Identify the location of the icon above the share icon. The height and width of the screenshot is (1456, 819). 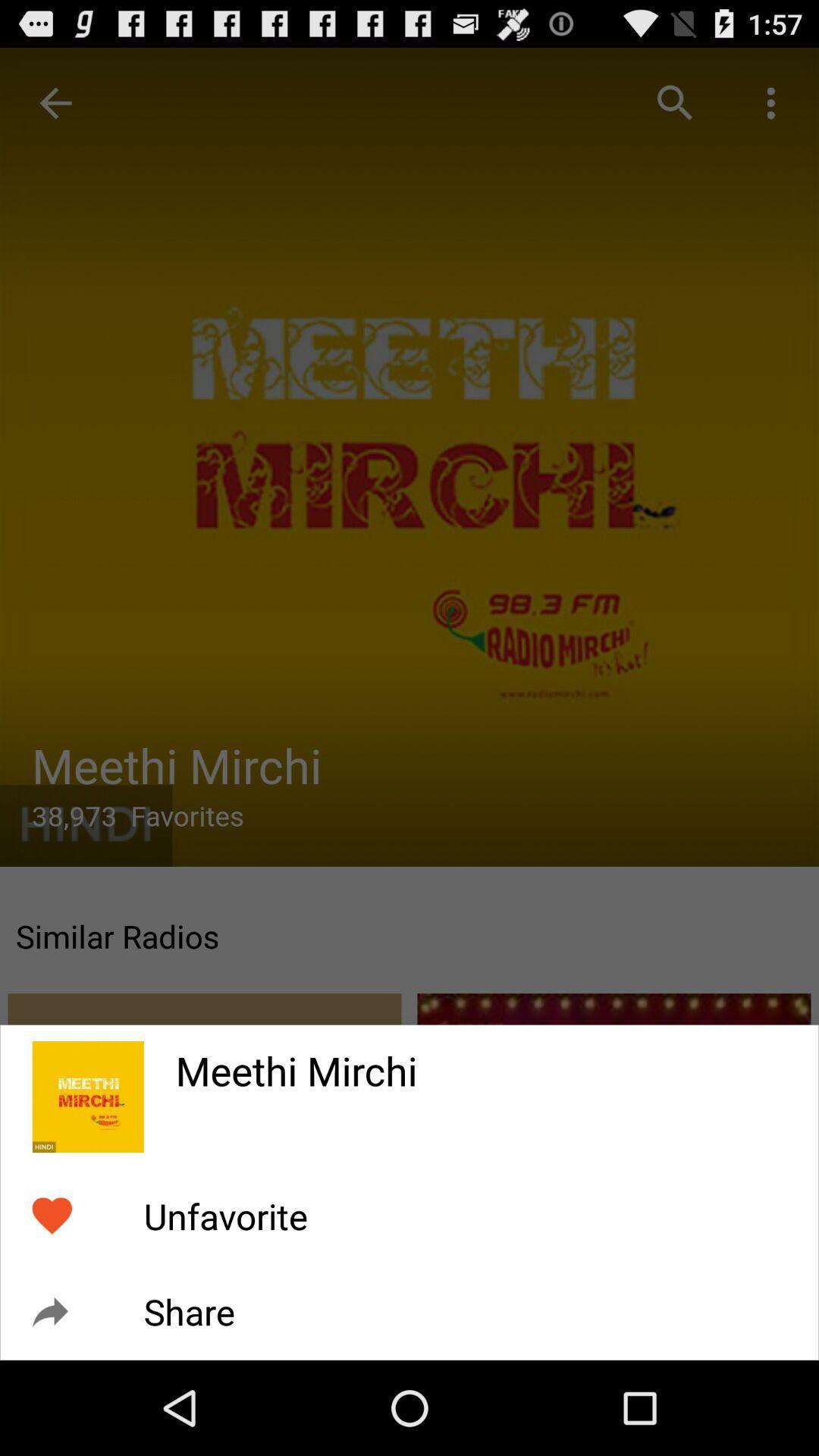
(225, 1216).